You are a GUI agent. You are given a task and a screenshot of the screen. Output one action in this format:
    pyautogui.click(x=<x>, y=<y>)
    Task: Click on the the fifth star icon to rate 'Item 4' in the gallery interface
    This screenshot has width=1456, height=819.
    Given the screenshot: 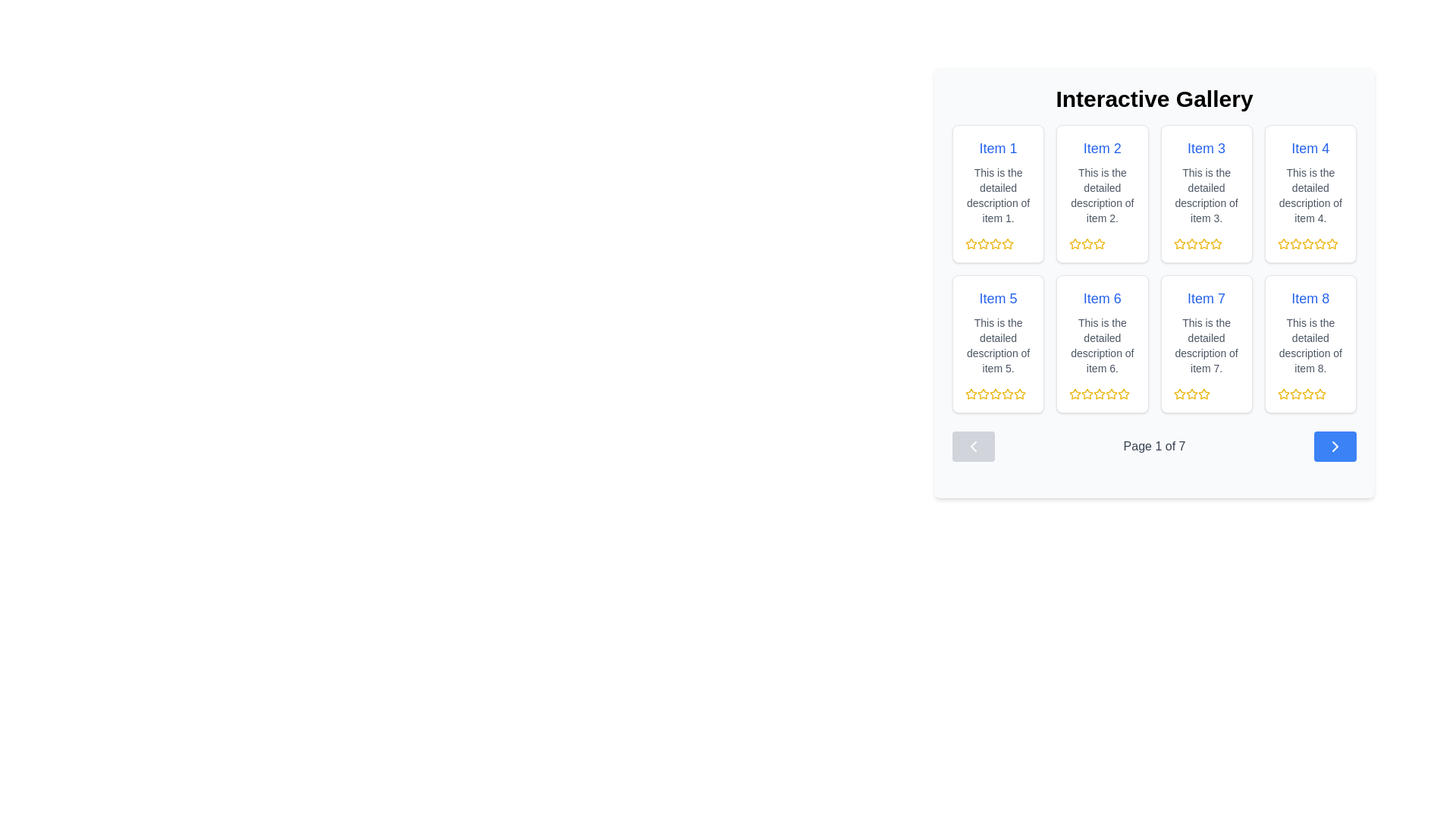 What is the action you would take?
    pyautogui.click(x=1331, y=243)
    